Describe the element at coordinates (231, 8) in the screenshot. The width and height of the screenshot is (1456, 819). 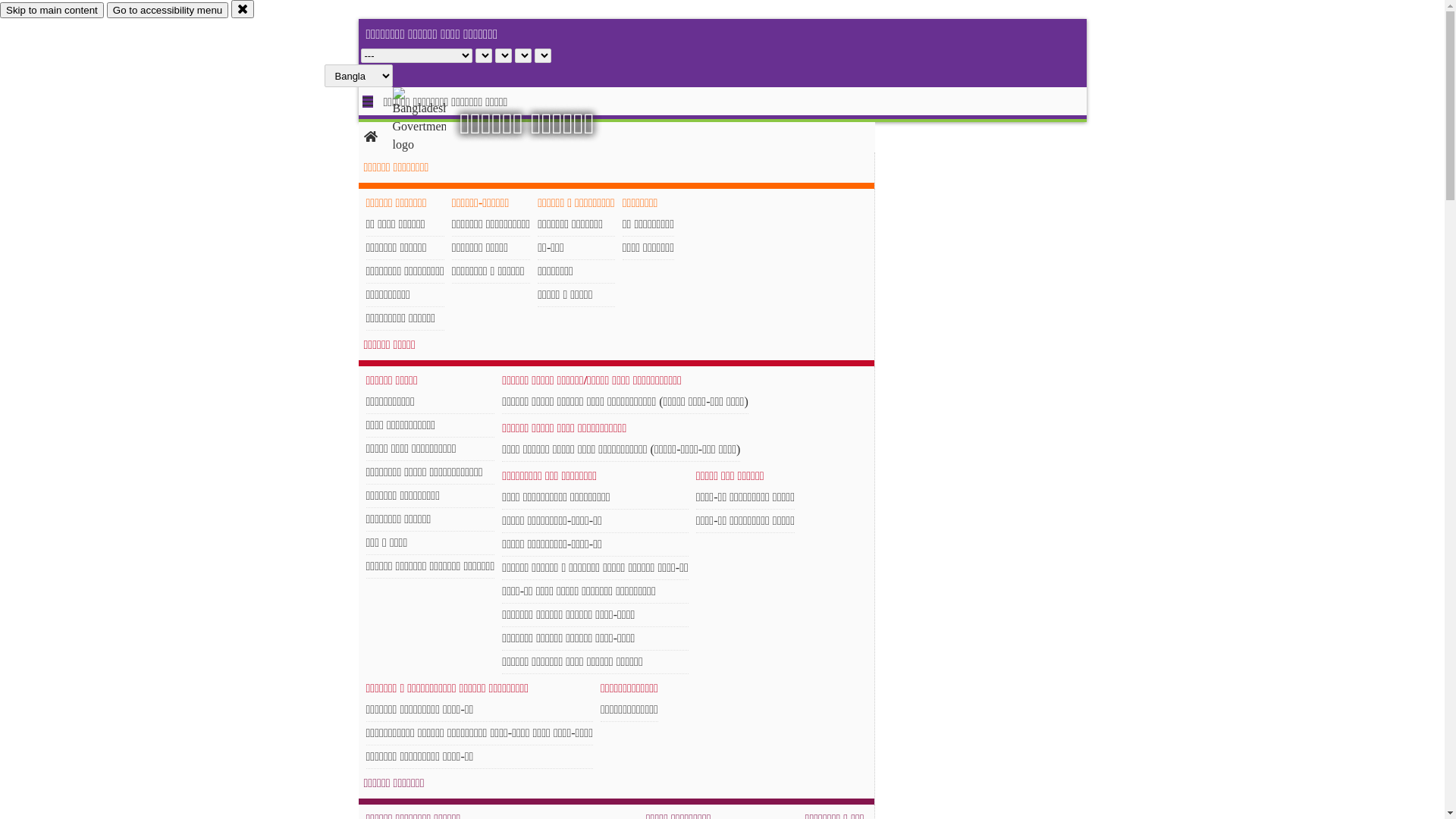
I see `'close'` at that location.